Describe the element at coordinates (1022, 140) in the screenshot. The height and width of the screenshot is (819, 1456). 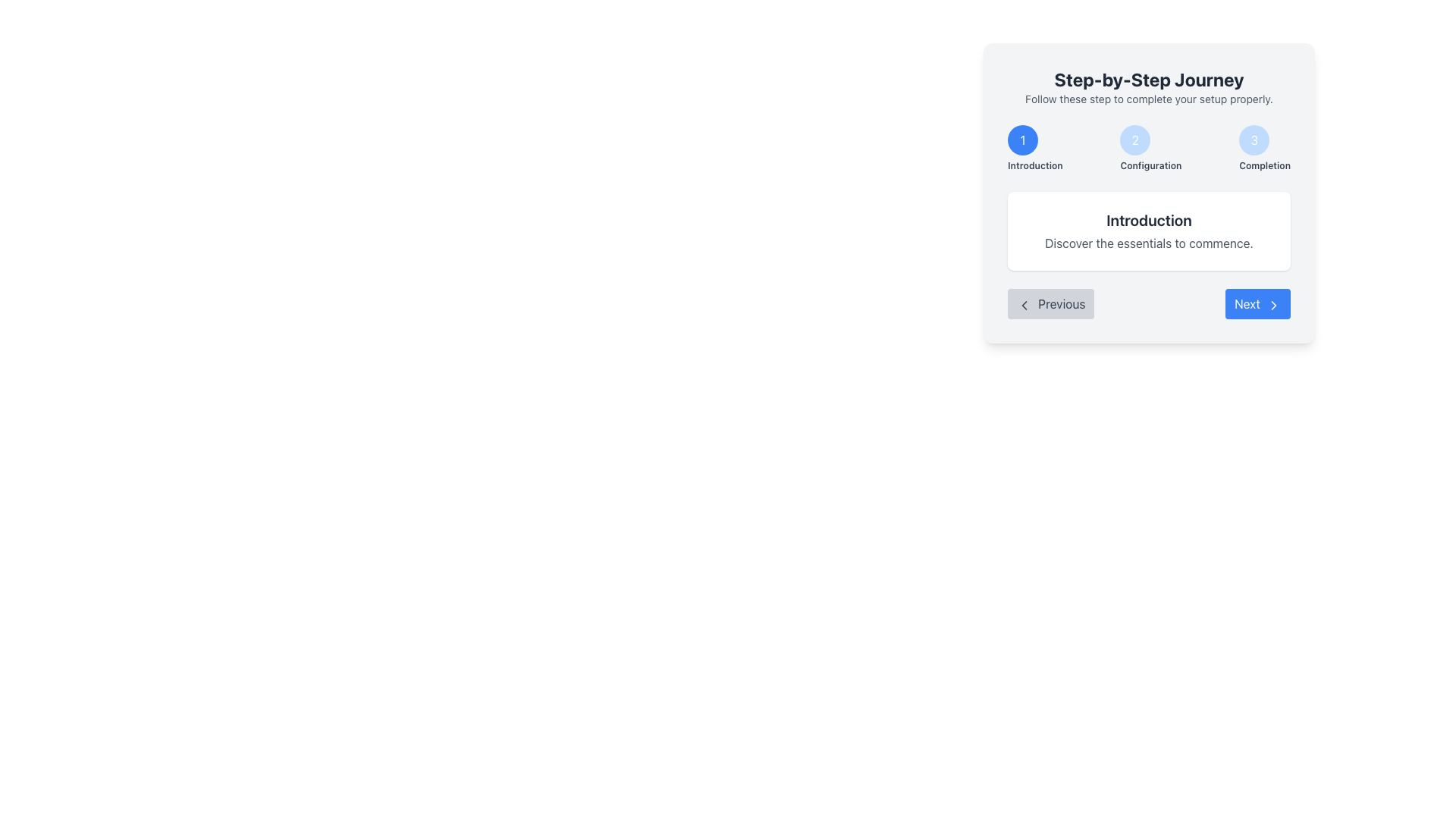
I see `the circular blue button with a white '1' inside, located at the leftmost position under 'Step-by-Step Journey'` at that location.